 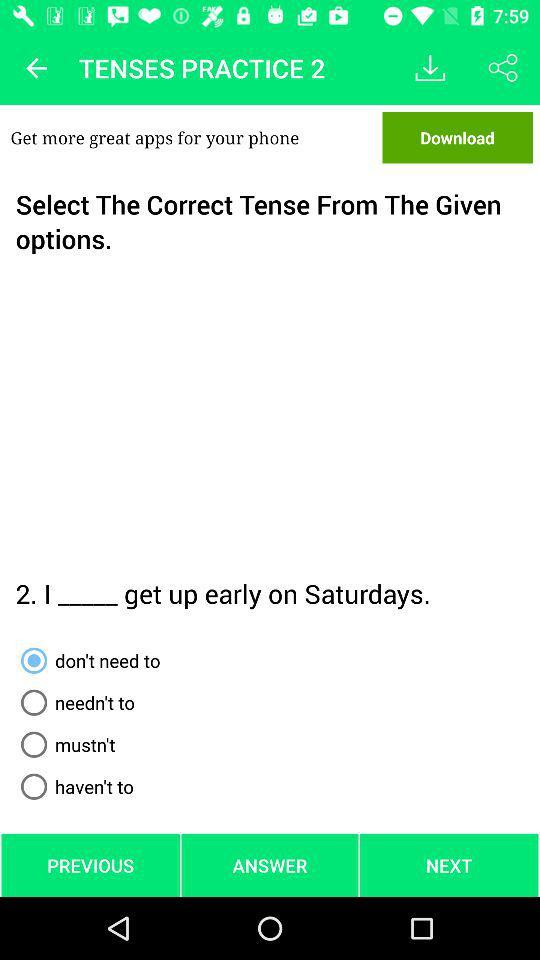 What do you see at coordinates (36, 68) in the screenshot?
I see `go back` at bounding box center [36, 68].